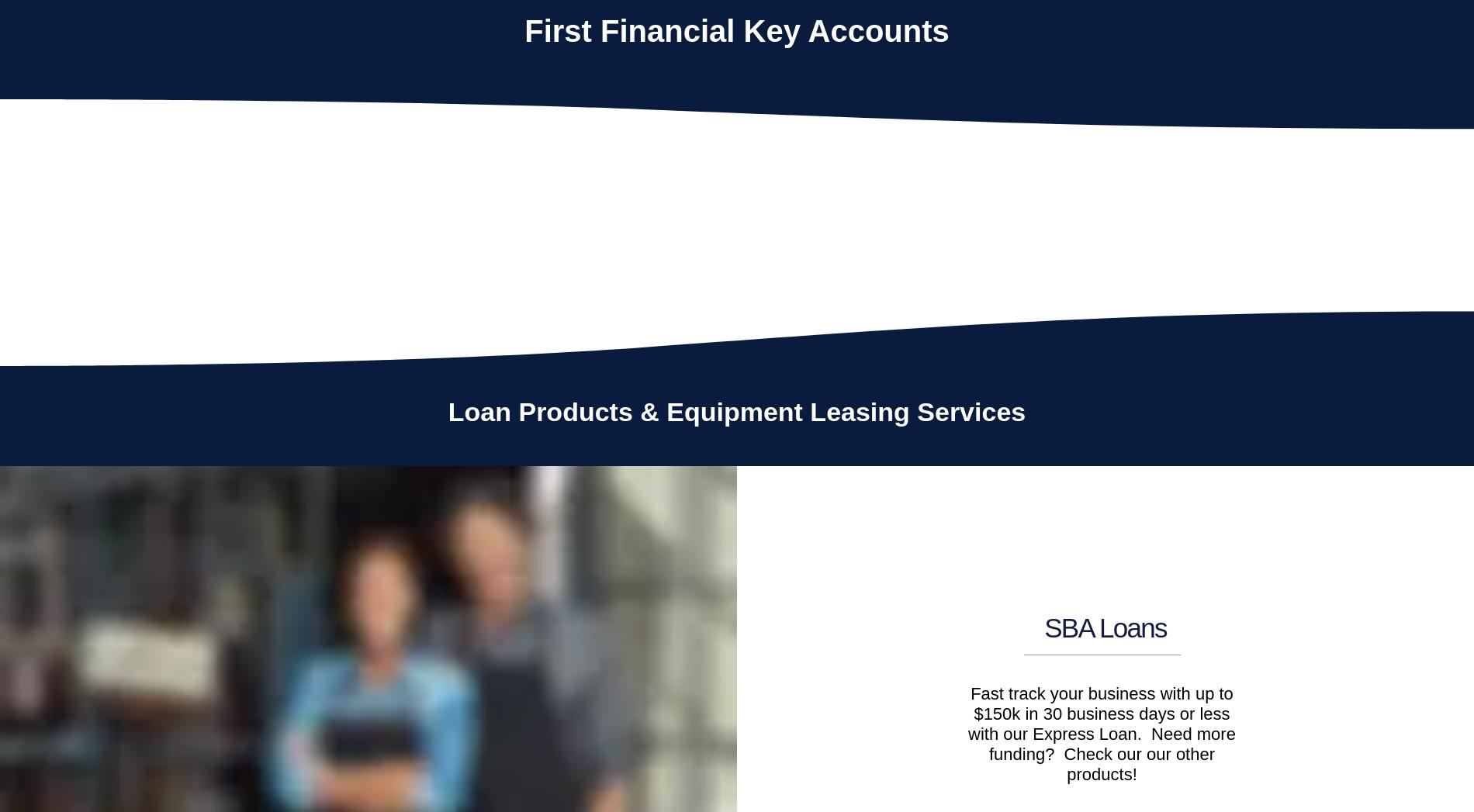 Image resolution: width=1474 pixels, height=812 pixels. Describe the element at coordinates (524, 29) in the screenshot. I see `'First Financial Key Accounts'` at that location.